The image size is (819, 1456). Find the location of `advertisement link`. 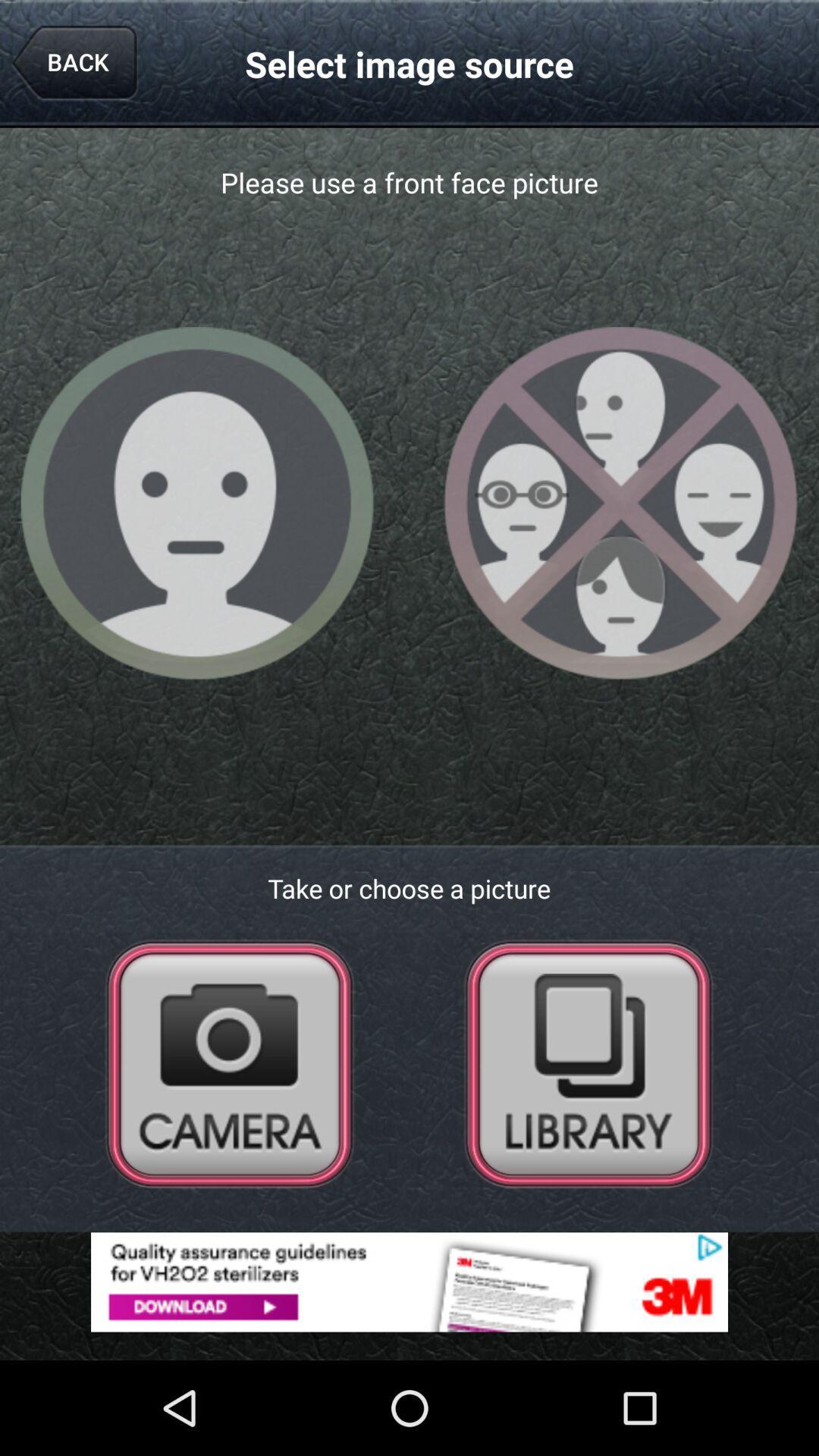

advertisement link is located at coordinates (409, 1281).